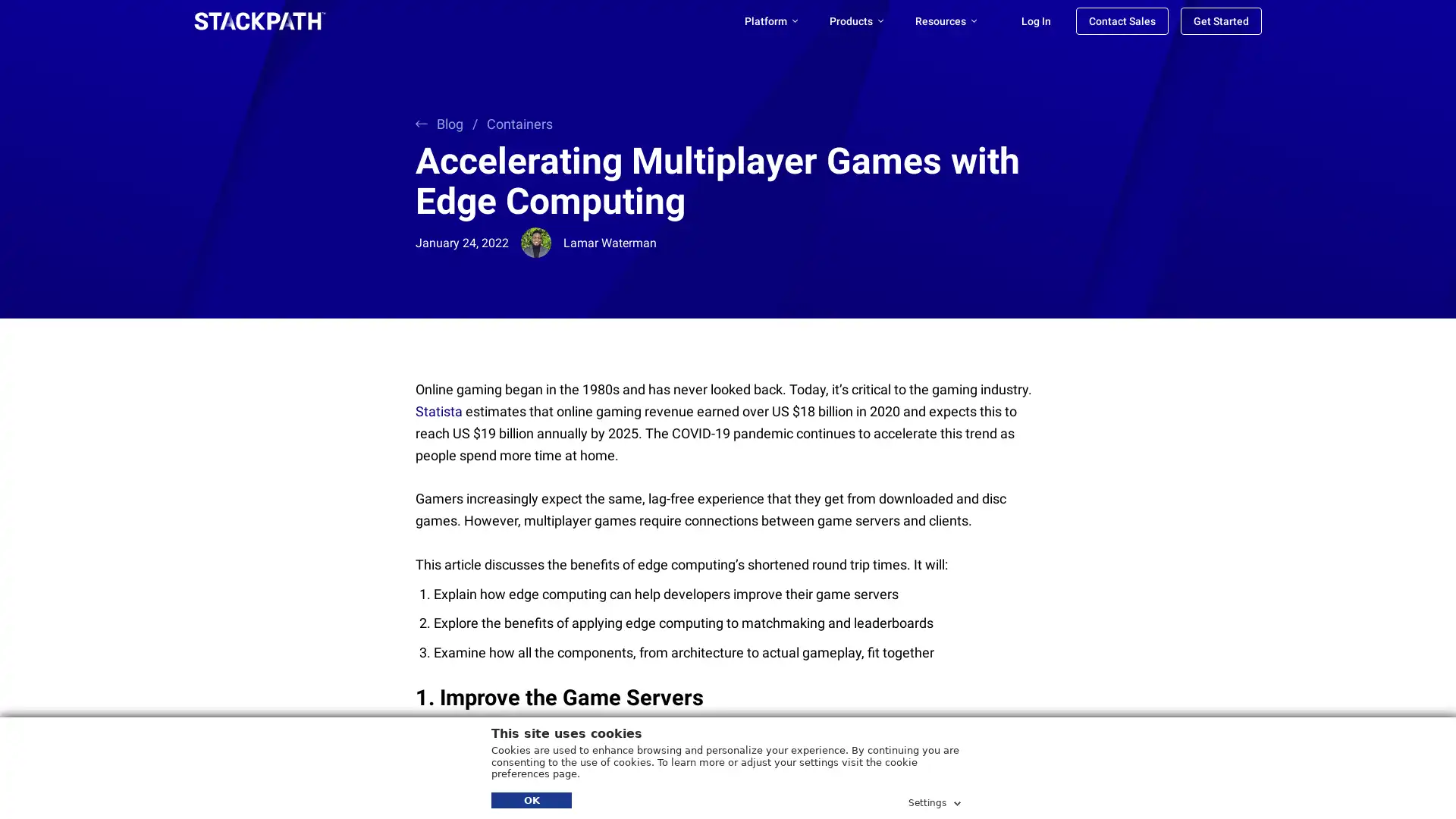 The width and height of the screenshot is (1456, 819). I want to click on Products, so click(856, 20).